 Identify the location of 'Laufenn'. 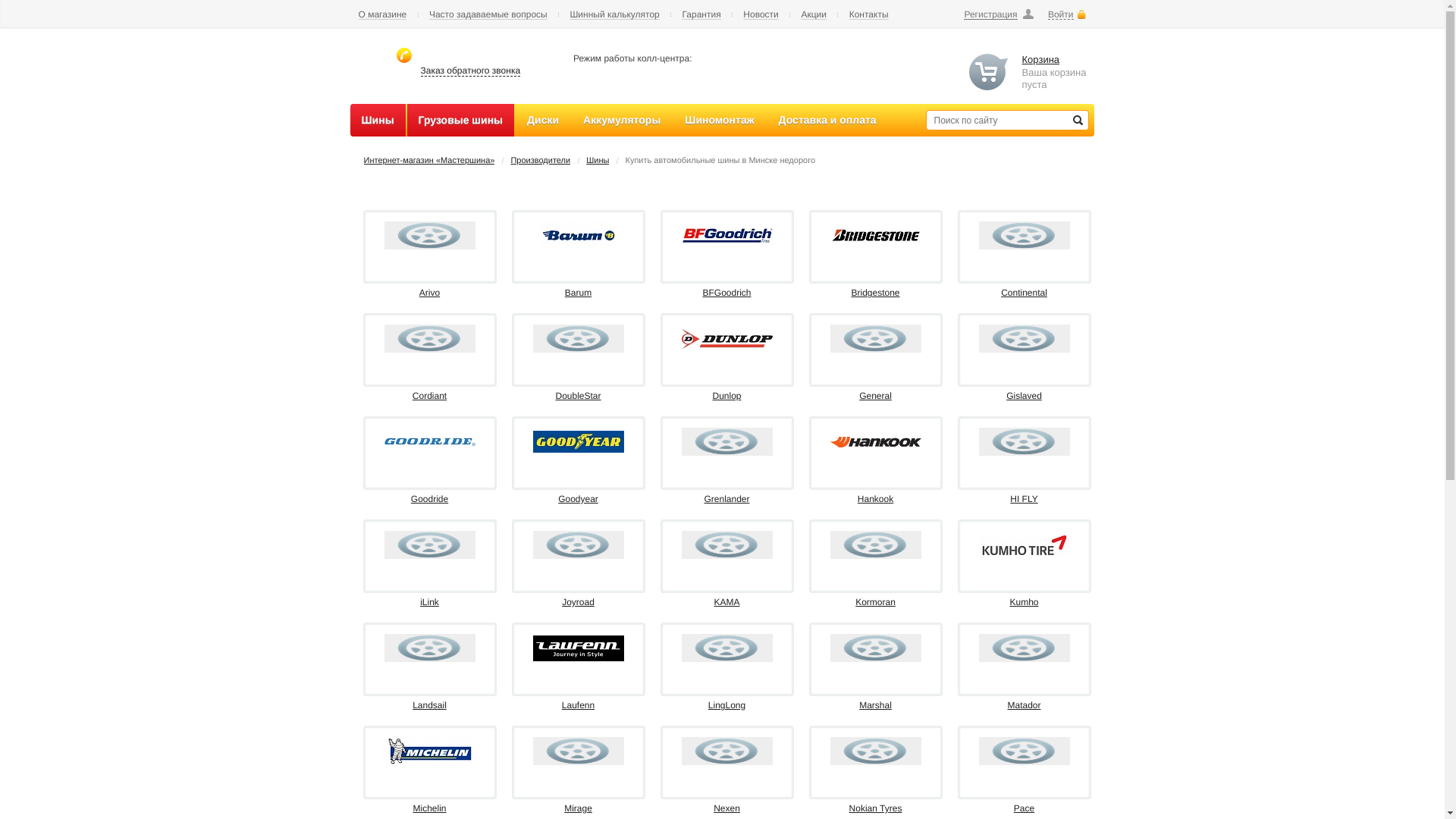
(577, 648).